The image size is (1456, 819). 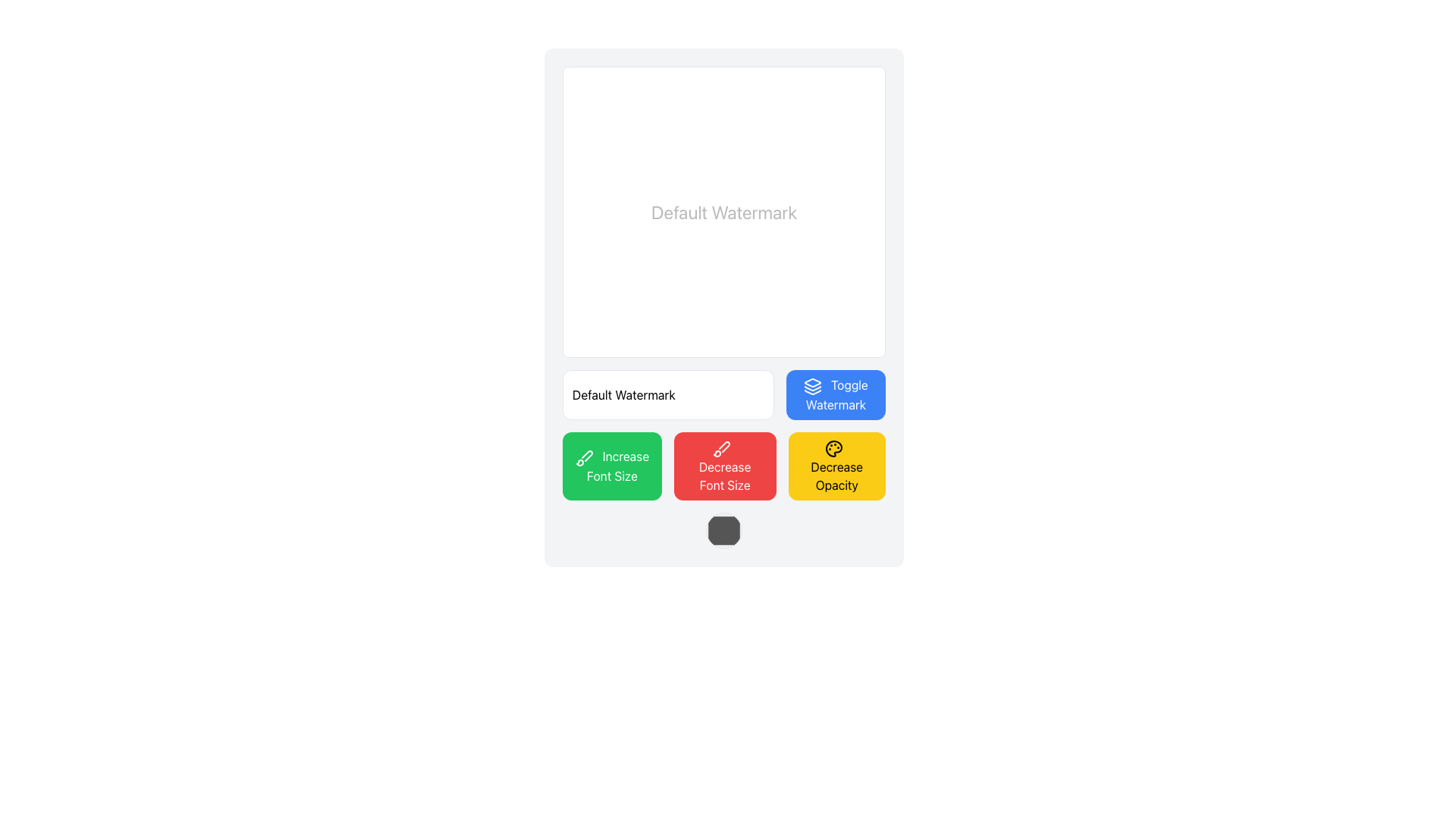 I want to click on the green rectangular button labeled 'Increase Font Size', so click(x=612, y=465).